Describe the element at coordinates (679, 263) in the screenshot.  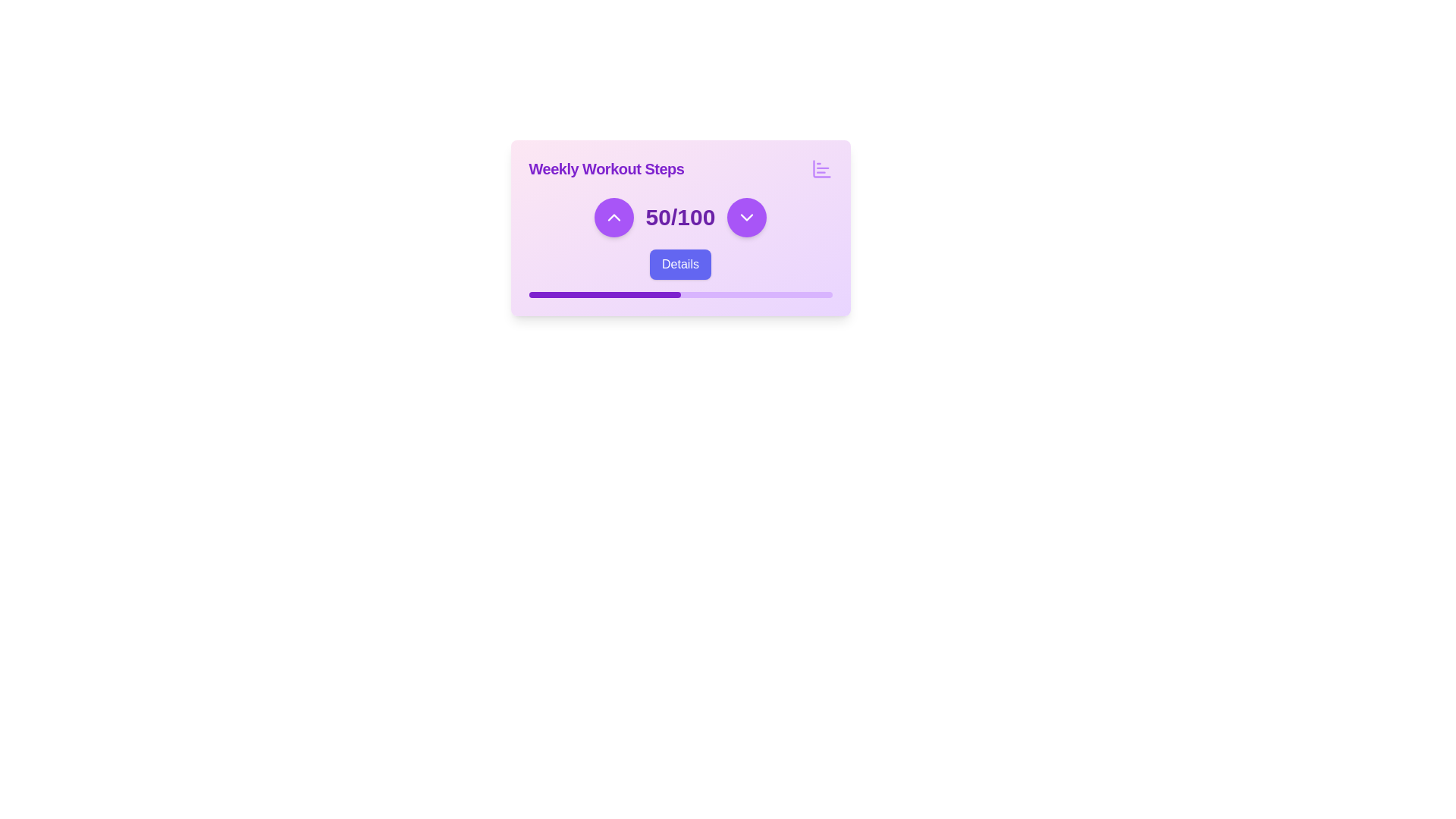
I see `the button located directly below the '50/100' statistic` at that location.